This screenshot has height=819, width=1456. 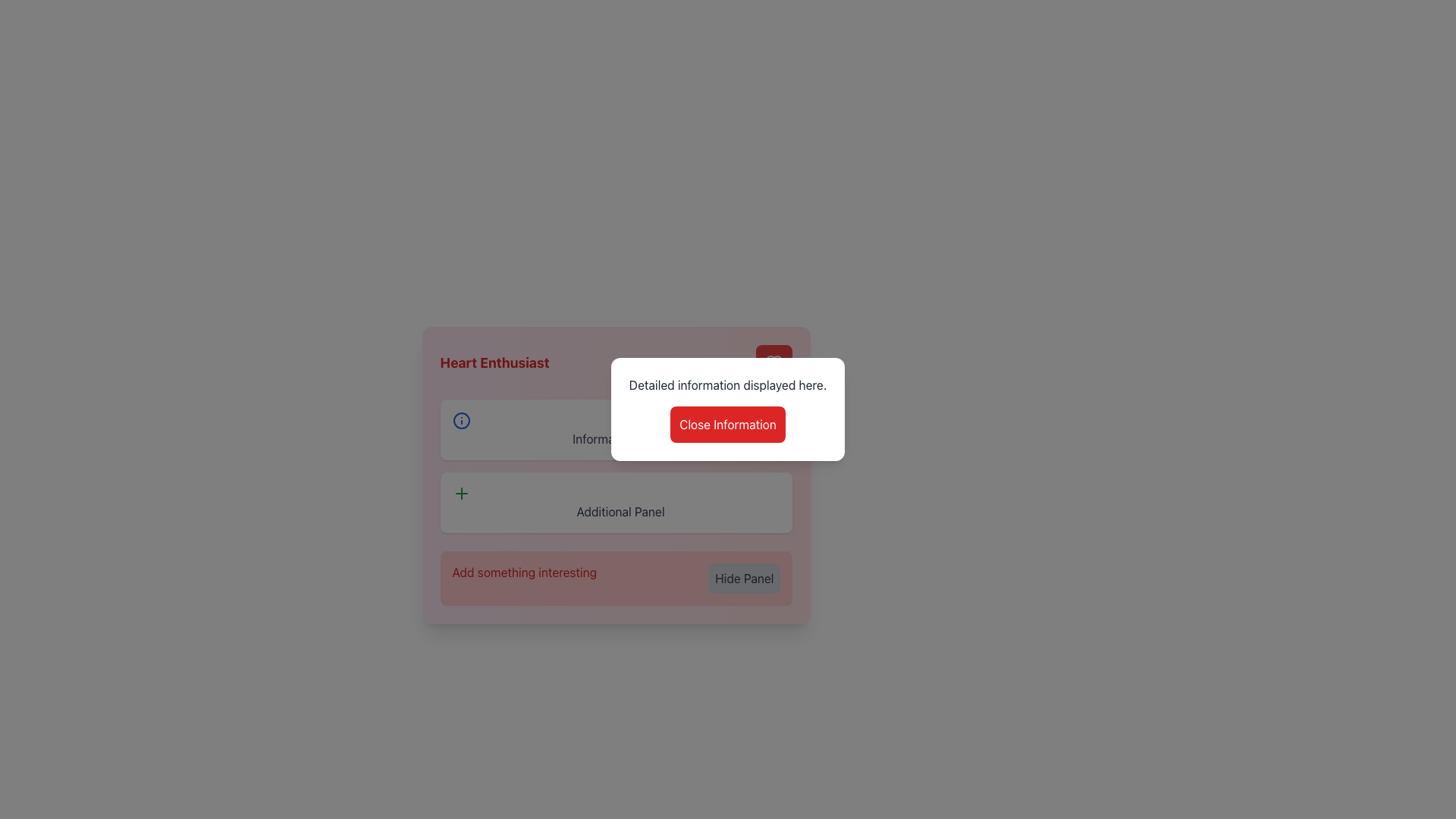 I want to click on the text label 'Heart Enthusiast' which is styled with bold red text and located at the top of a rectangular card UI component, so click(x=616, y=362).